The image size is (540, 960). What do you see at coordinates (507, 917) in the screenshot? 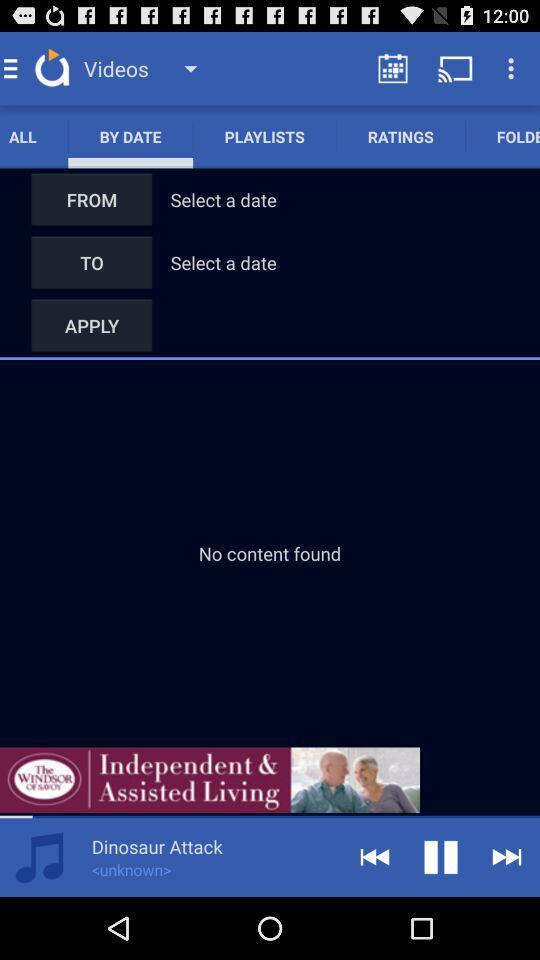
I see `the skip_next icon` at bounding box center [507, 917].